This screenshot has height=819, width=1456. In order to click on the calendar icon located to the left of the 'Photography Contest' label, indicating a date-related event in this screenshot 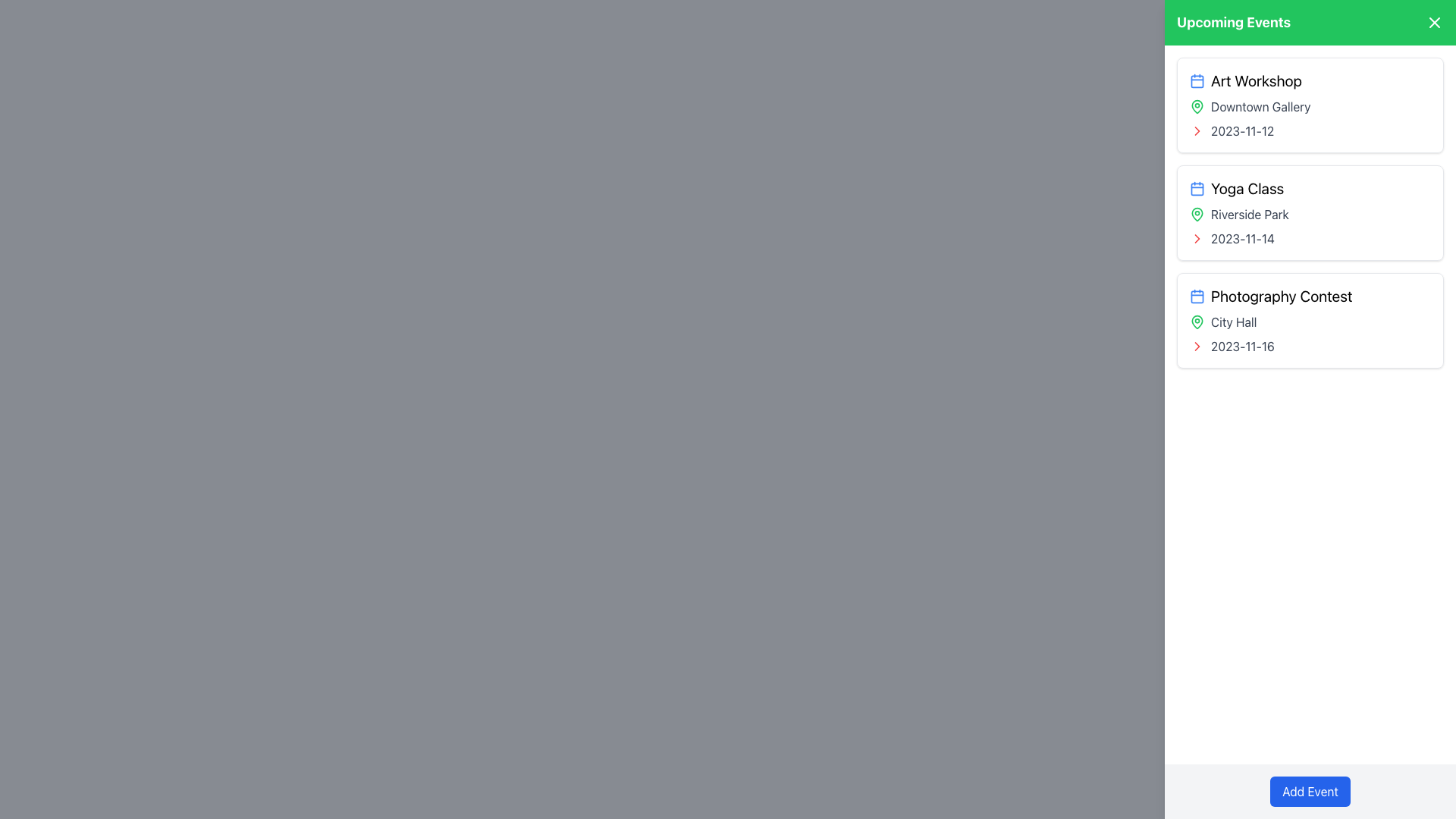, I will do `click(1197, 296)`.